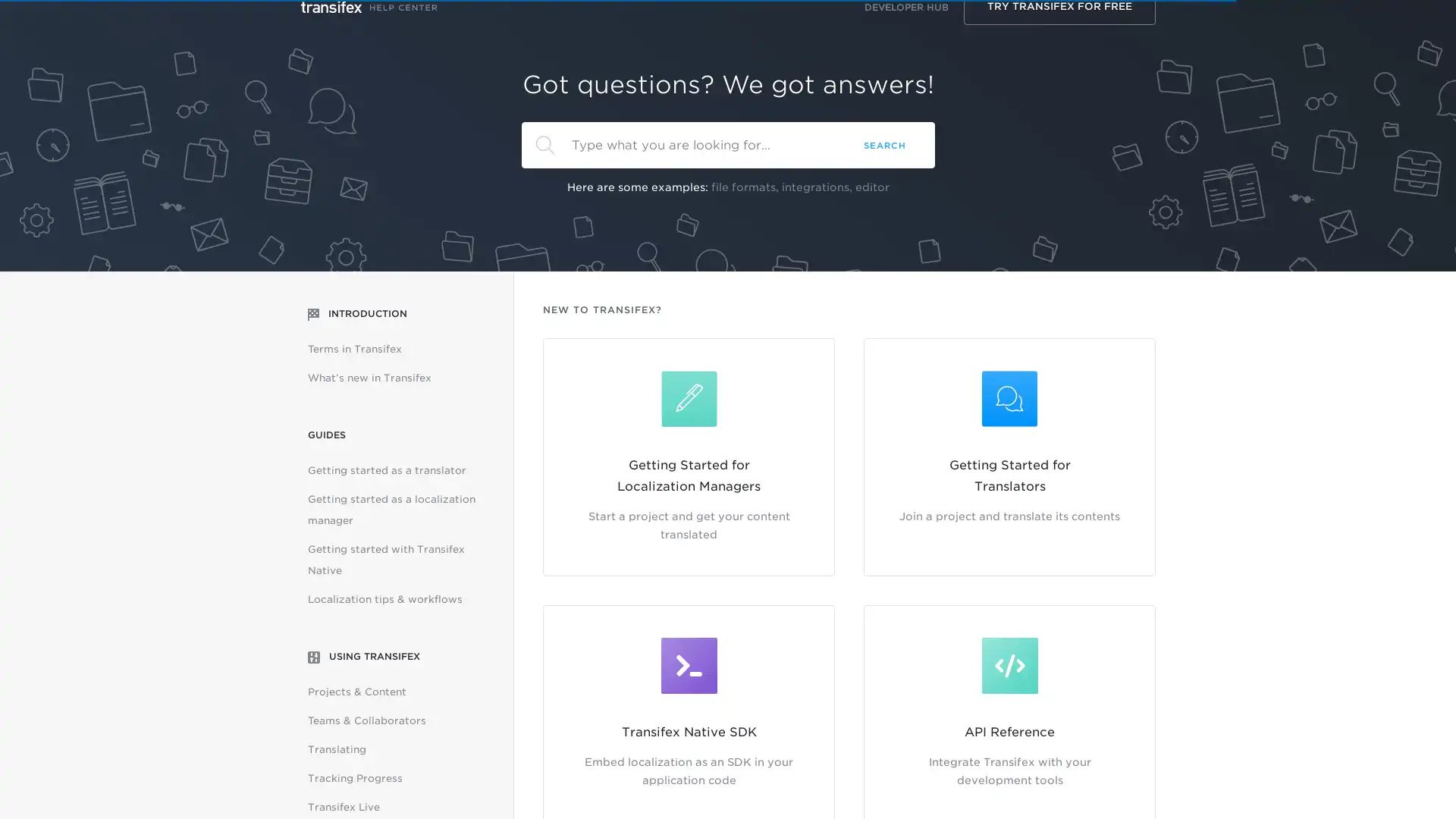 This screenshot has height=819, width=1456. I want to click on Open Intercom Messenger, so click(1417, 780).